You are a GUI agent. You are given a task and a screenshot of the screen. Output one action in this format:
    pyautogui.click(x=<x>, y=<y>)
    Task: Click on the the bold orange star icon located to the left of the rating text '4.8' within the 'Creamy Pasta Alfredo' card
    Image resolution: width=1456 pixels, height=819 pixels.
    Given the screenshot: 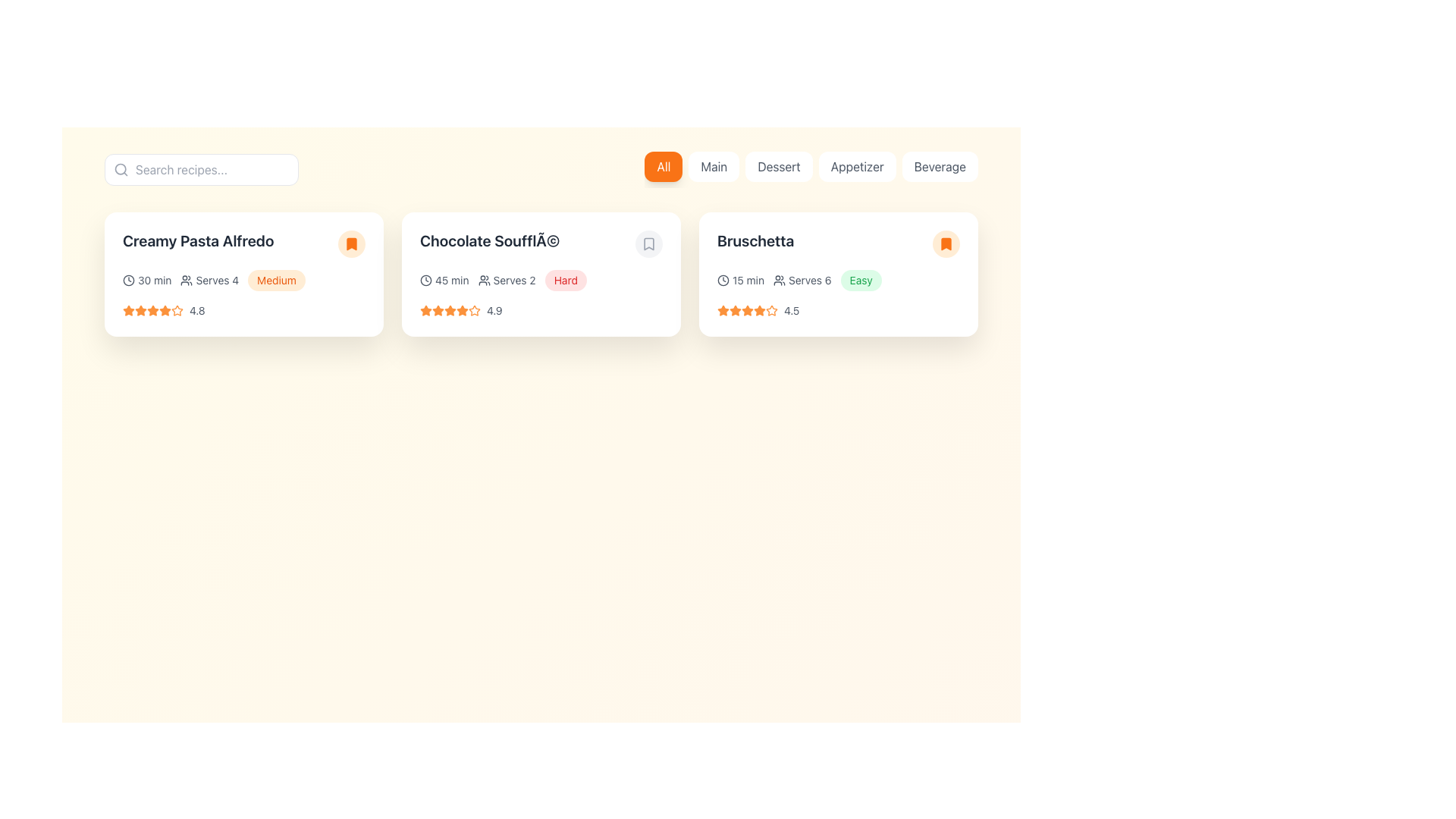 What is the action you would take?
    pyautogui.click(x=165, y=309)
    